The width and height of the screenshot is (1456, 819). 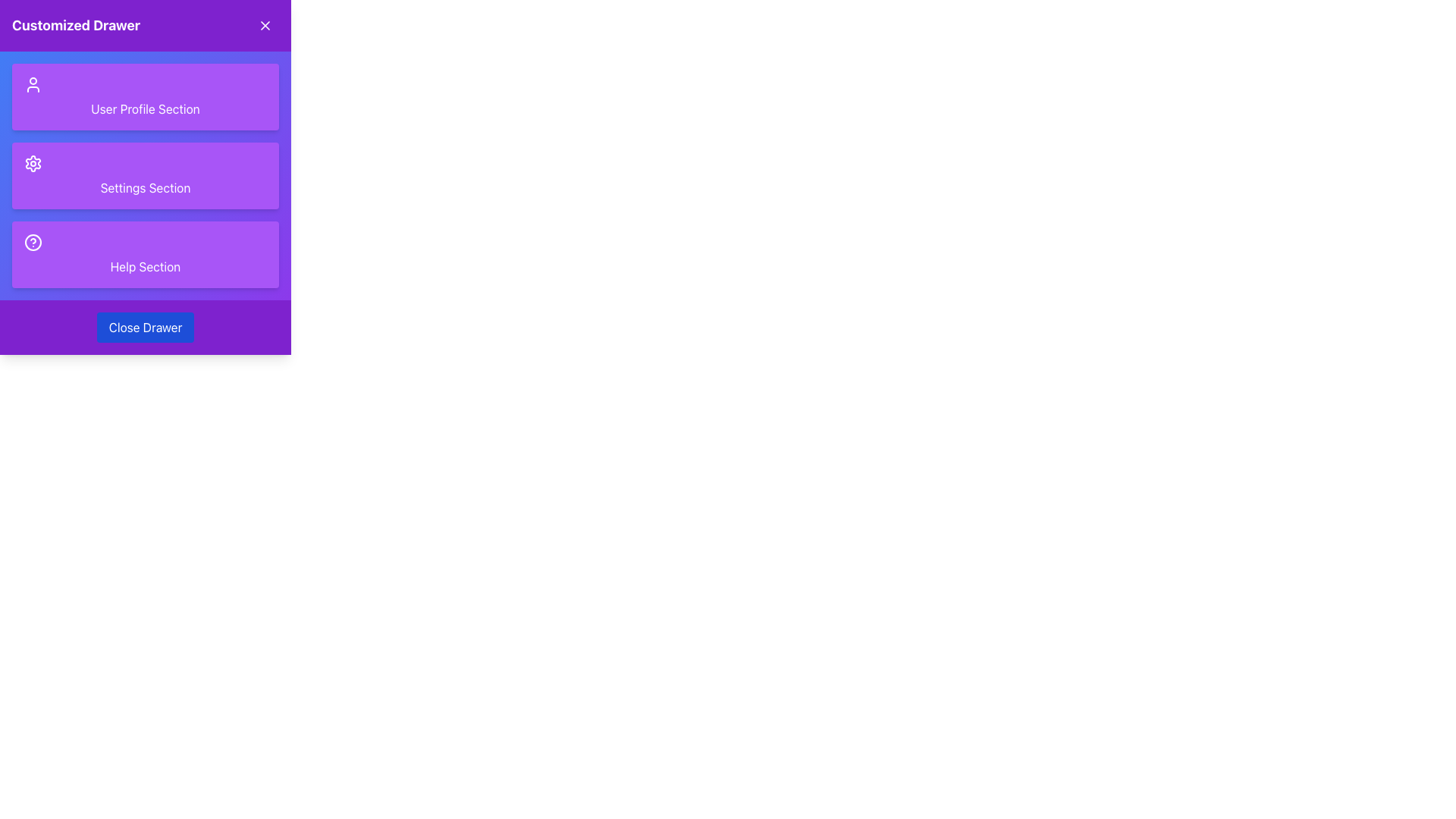 I want to click on the close button located in the top-right corner of the 'Customized Drawer' header to change its background color, so click(x=265, y=26).